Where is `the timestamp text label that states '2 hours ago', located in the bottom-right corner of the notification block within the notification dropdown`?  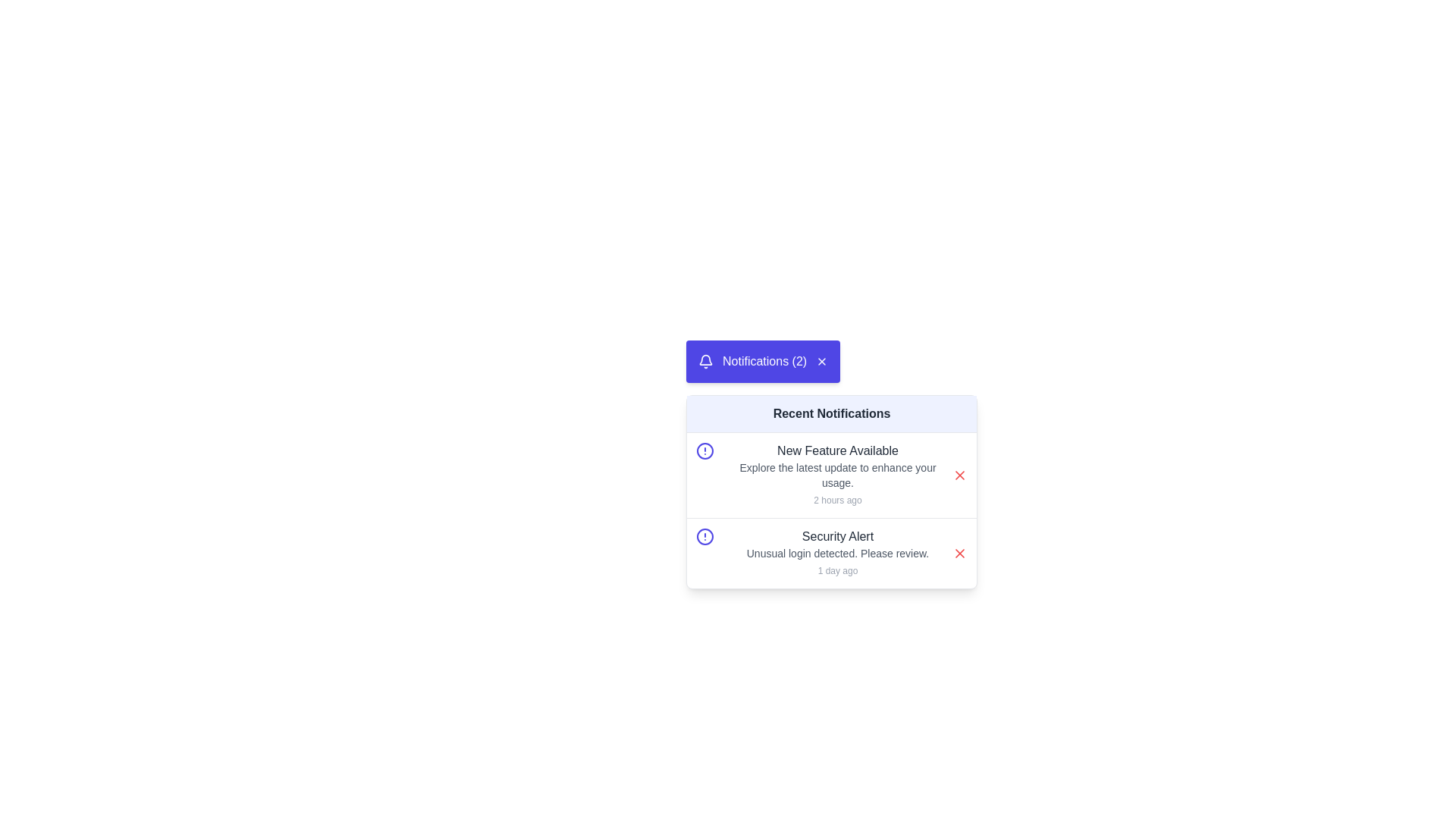
the timestamp text label that states '2 hours ago', located in the bottom-right corner of the notification block within the notification dropdown is located at coordinates (836, 500).